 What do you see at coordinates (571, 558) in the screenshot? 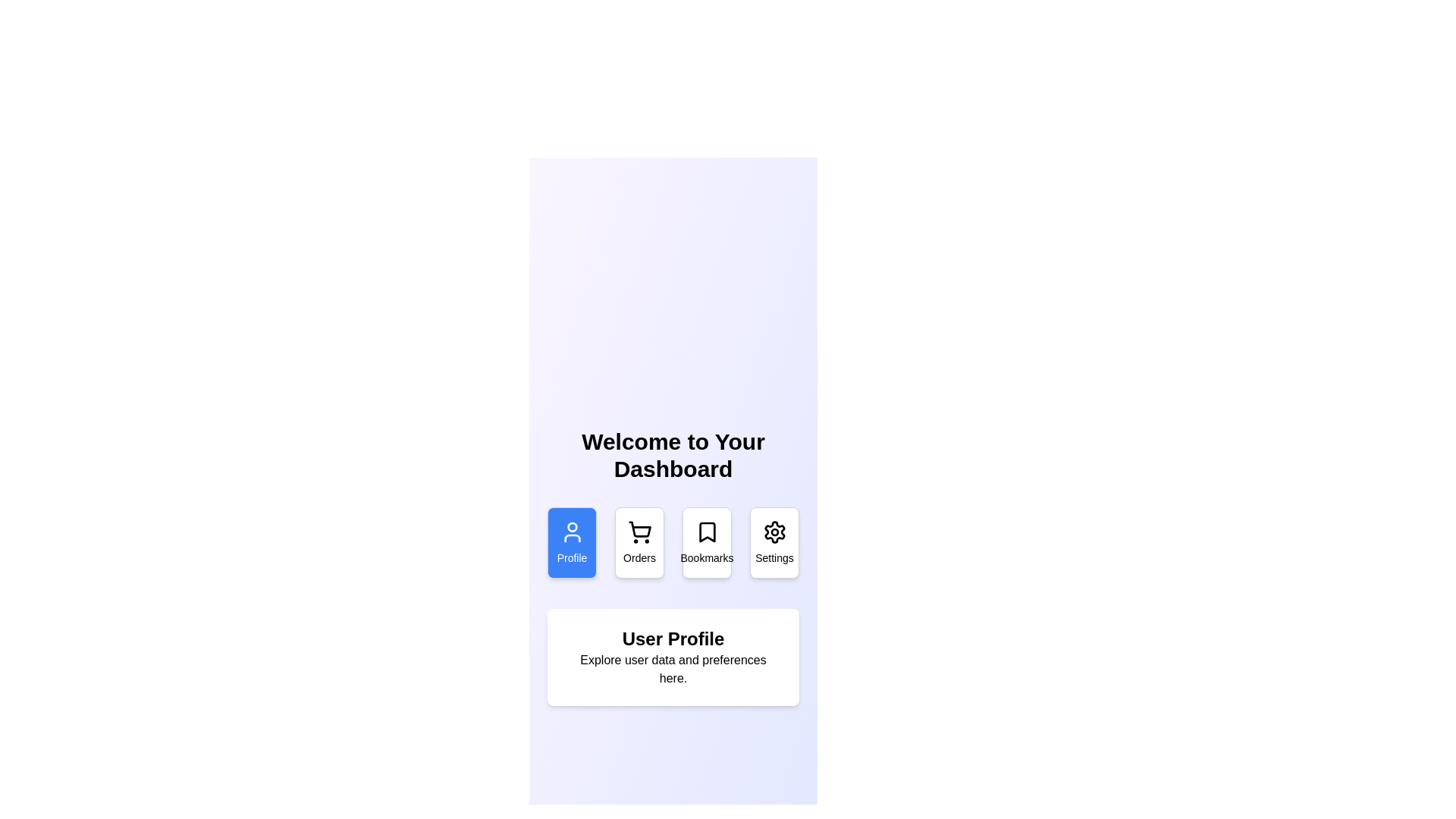
I see `the 'Profile' text label located under the user icon within a blue rounded rectangle in the dashboard menu` at bounding box center [571, 558].